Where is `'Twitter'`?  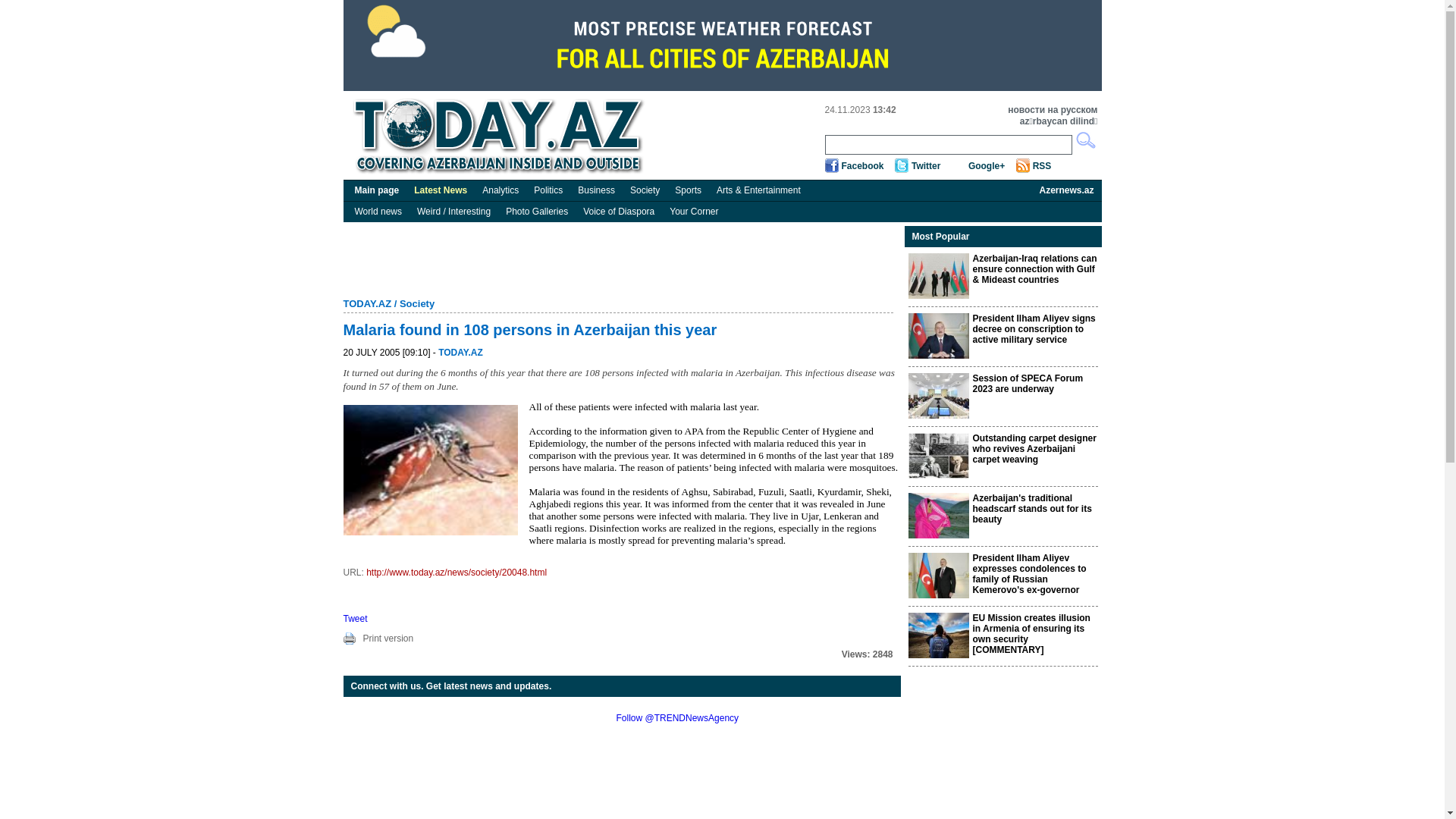 'Twitter' is located at coordinates (924, 166).